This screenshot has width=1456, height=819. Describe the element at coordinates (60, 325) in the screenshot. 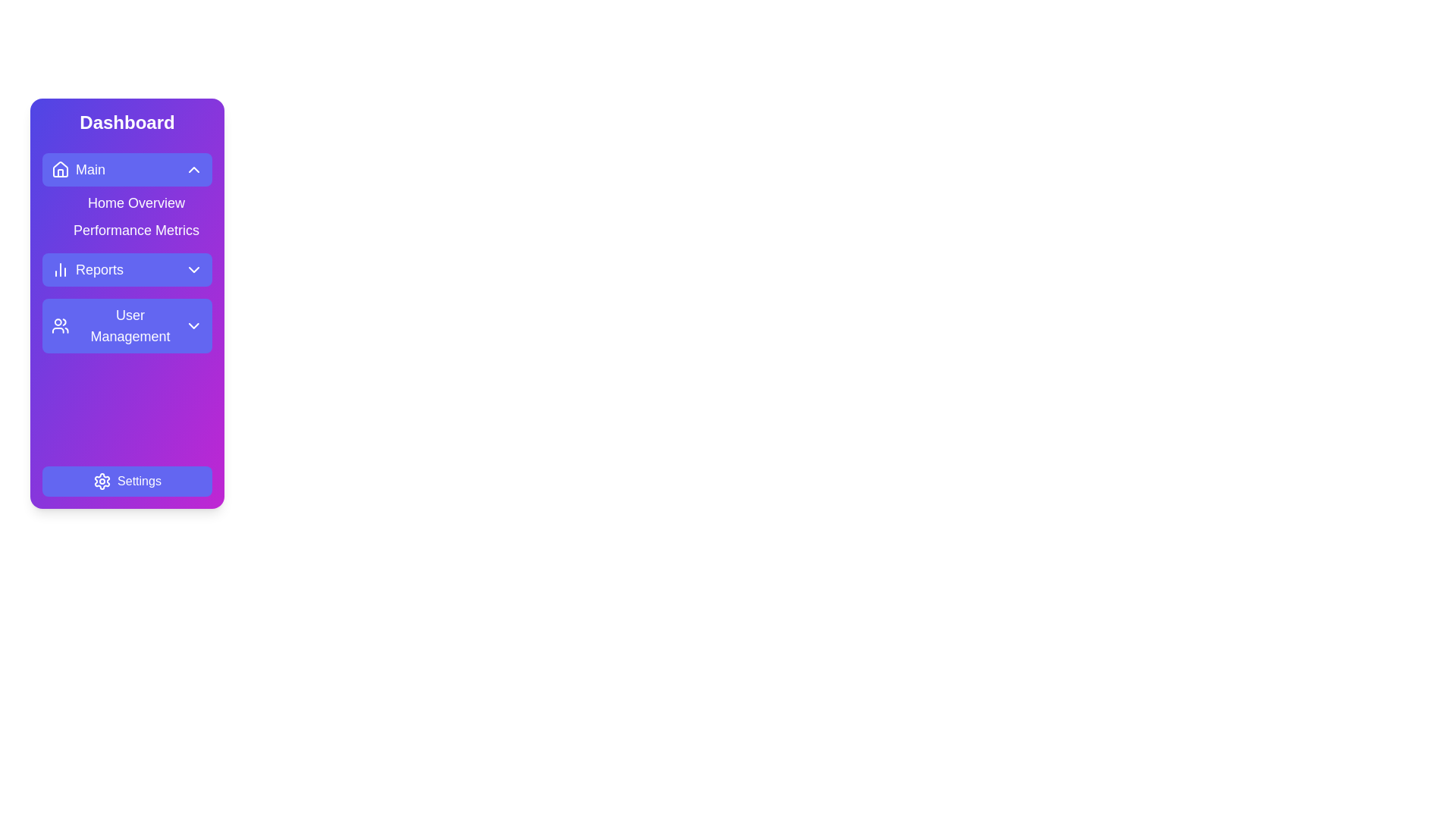

I see `the user management icon located in the sidebar of the dashboard interface, positioned to the left of the 'User Management' text` at that location.